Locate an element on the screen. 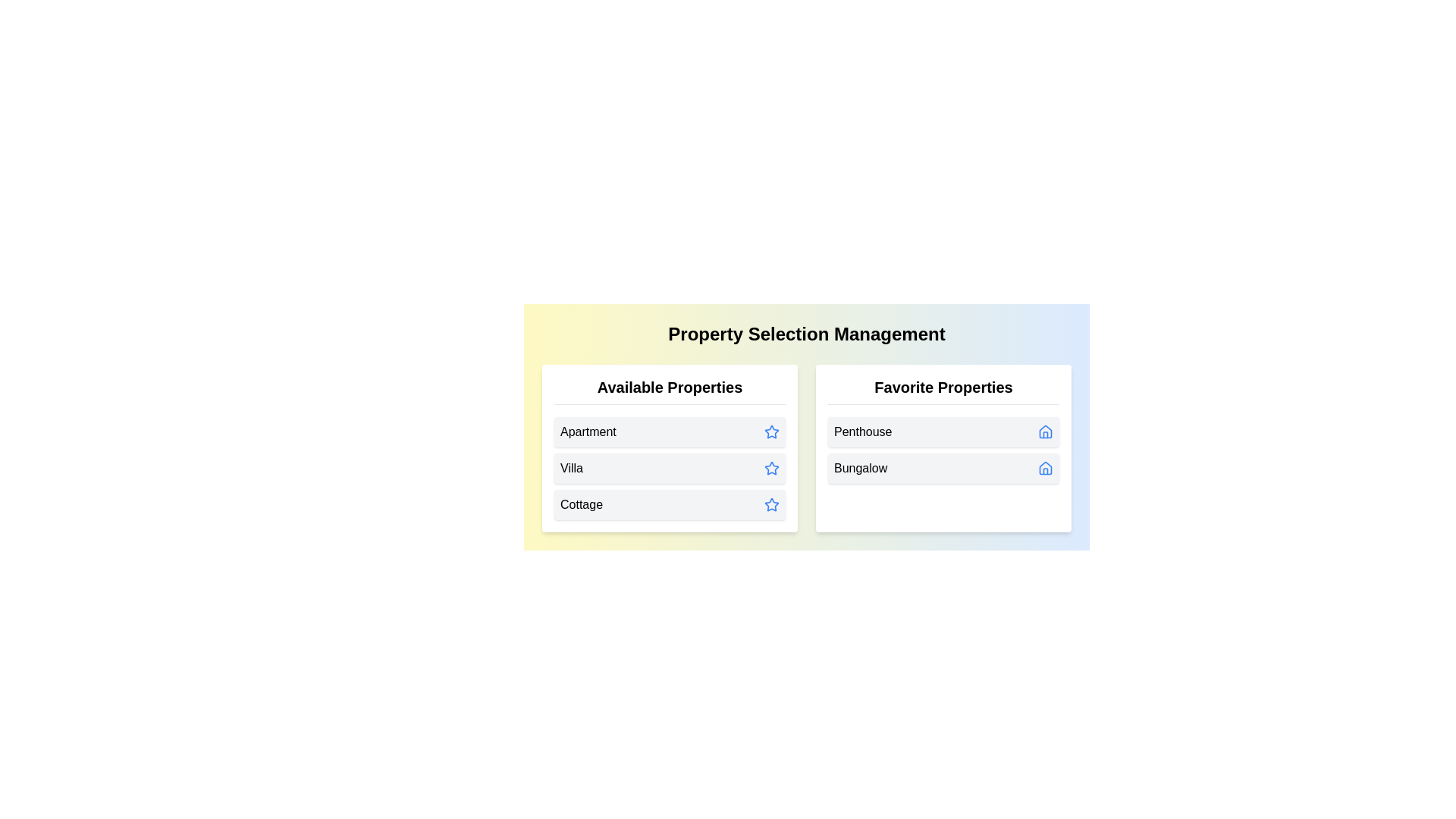  star icon next to the property Villa in the 'Available Properties' list to transfer it to 'Favorite Properties' is located at coordinates (771, 467).